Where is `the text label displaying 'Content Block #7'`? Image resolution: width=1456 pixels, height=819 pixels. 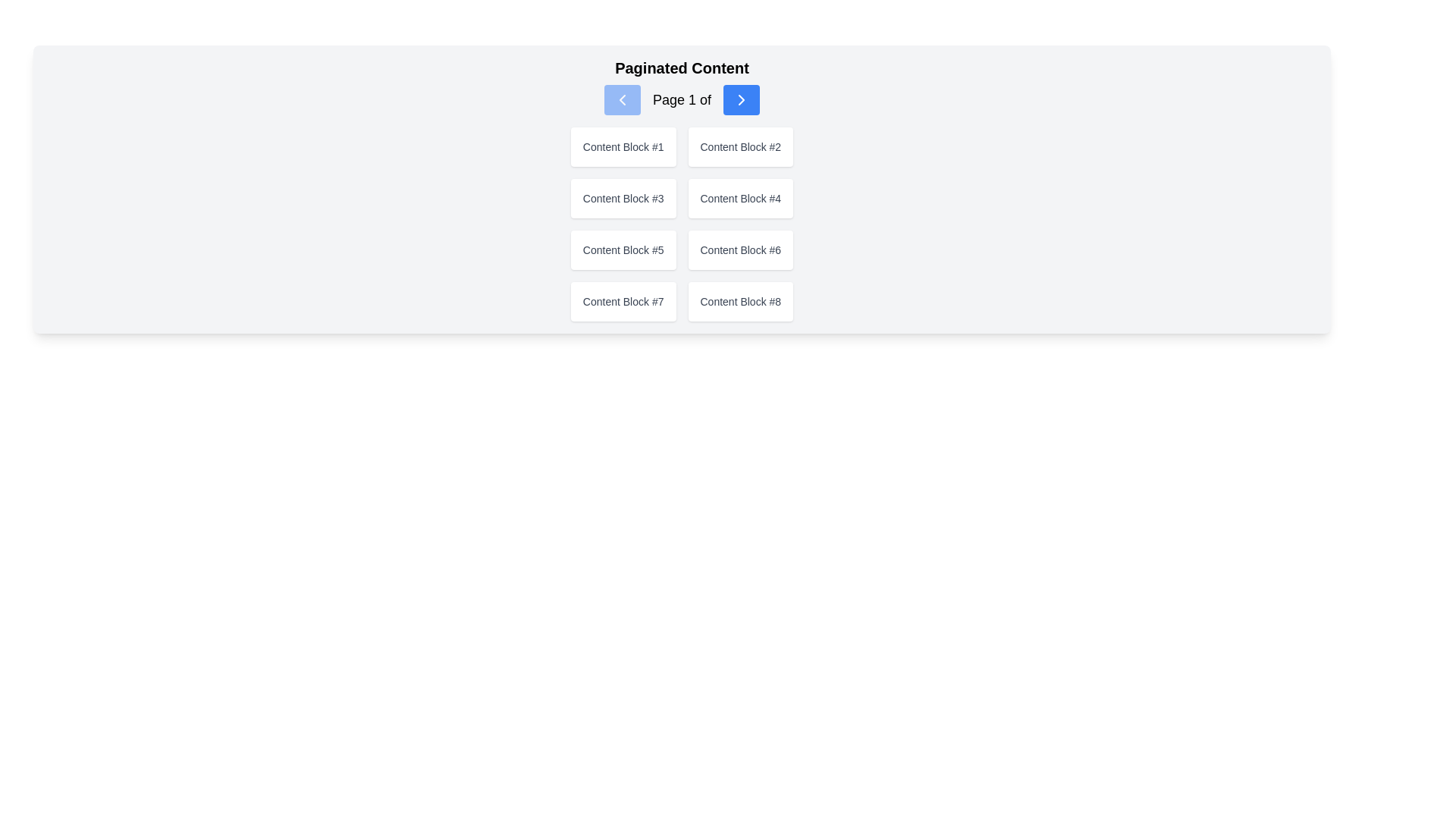
the text label displaying 'Content Block #7' is located at coordinates (623, 301).